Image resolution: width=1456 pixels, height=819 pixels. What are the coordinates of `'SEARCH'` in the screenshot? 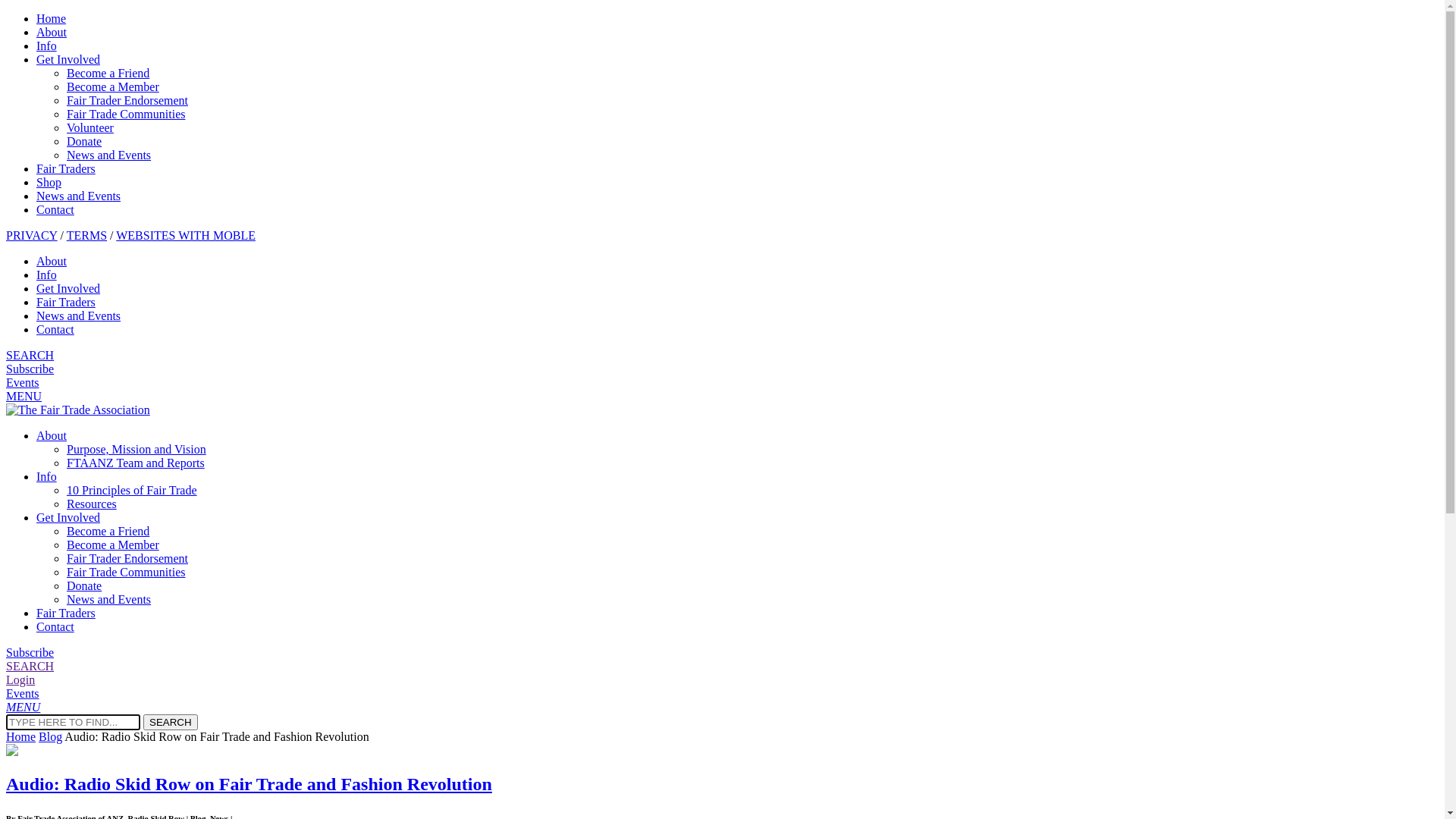 It's located at (171, 721).